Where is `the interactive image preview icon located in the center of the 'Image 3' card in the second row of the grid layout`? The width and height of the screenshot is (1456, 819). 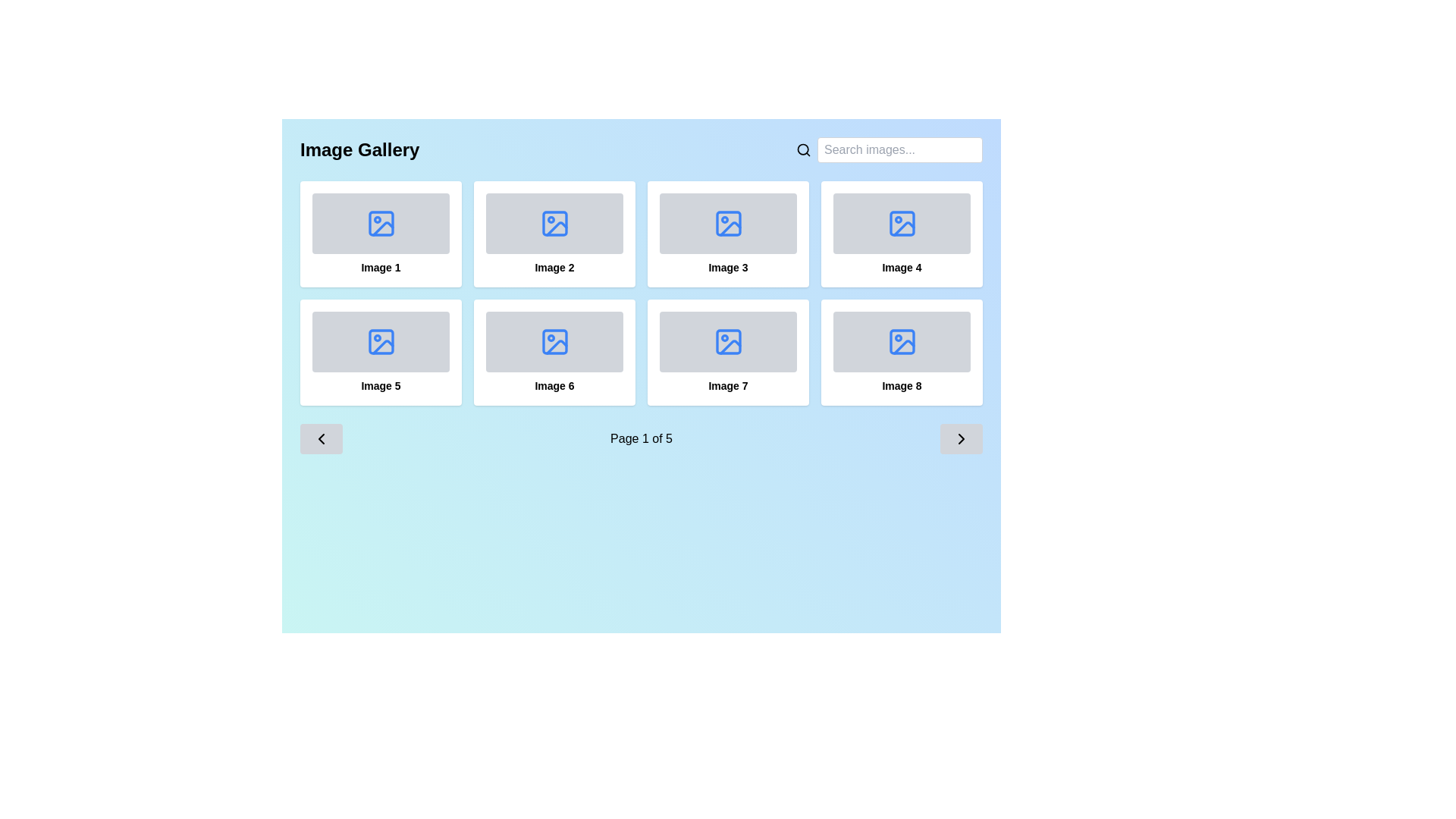 the interactive image preview icon located in the center of the 'Image 3' card in the second row of the grid layout is located at coordinates (728, 223).